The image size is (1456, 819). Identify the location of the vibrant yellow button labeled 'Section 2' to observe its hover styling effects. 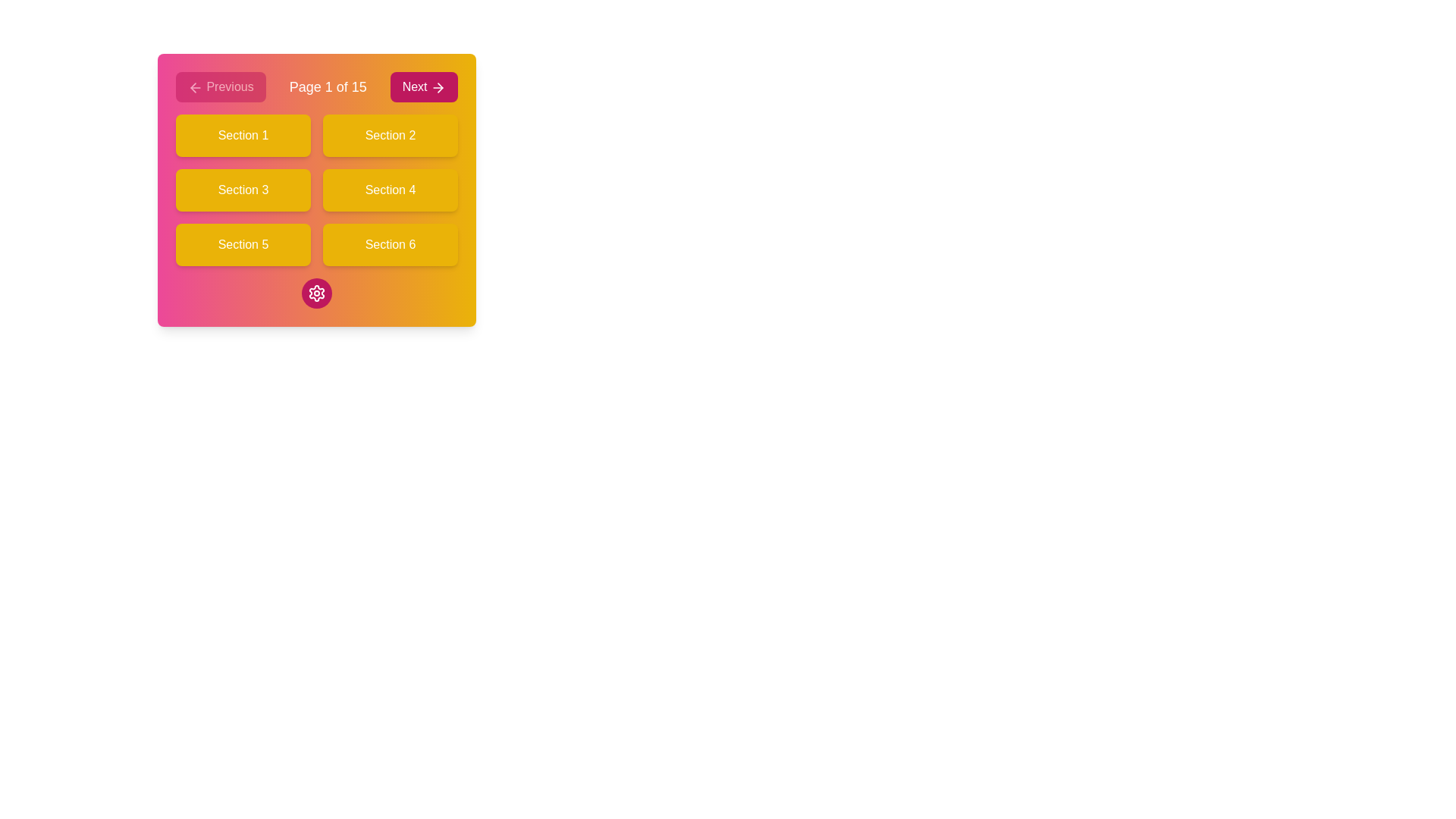
(390, 134).